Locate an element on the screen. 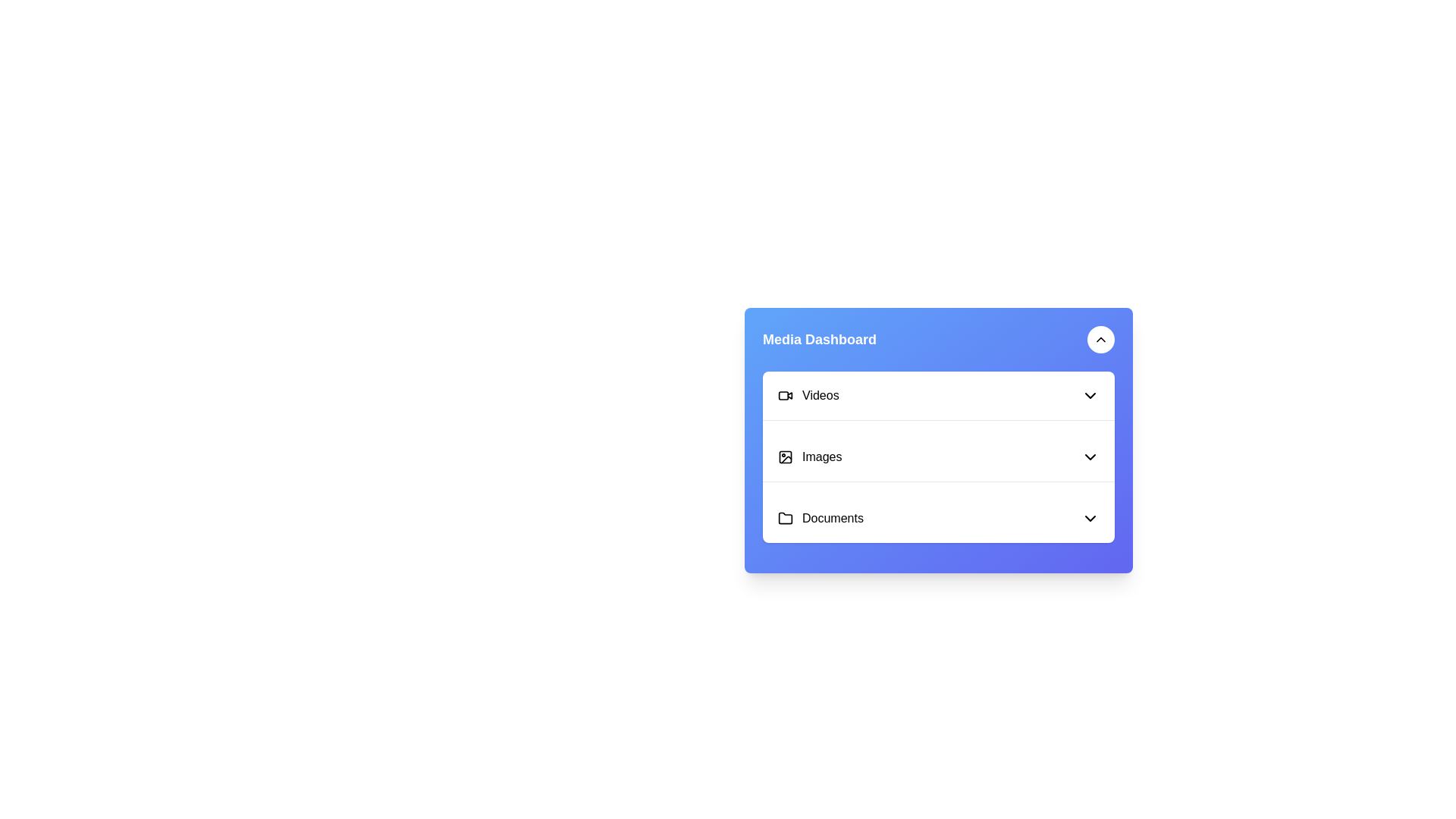 The width and height of the screenshot is (1456, 819). the circular button with a white background and black border, featuring an upward-pointing chevron icon, located at the top-right corner of the 'Media Dashboard' interface is located at coordinates (1100, 338).